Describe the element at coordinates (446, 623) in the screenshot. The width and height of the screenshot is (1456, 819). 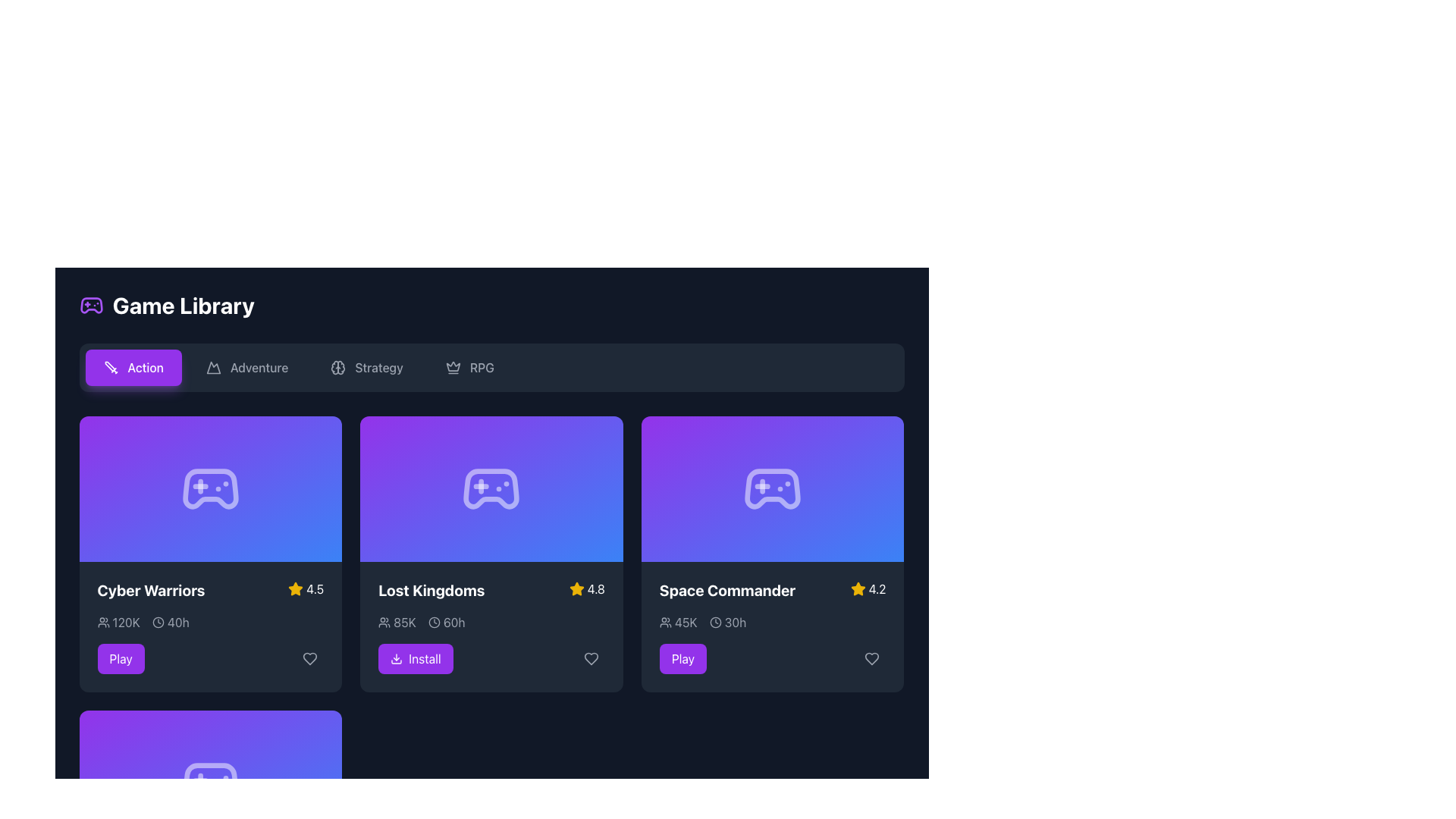
I see `the Text Label with Icon displaying '60h', which is styled in light gray and is part of the game 'Lost Kingdoms' metrics group` at that location.